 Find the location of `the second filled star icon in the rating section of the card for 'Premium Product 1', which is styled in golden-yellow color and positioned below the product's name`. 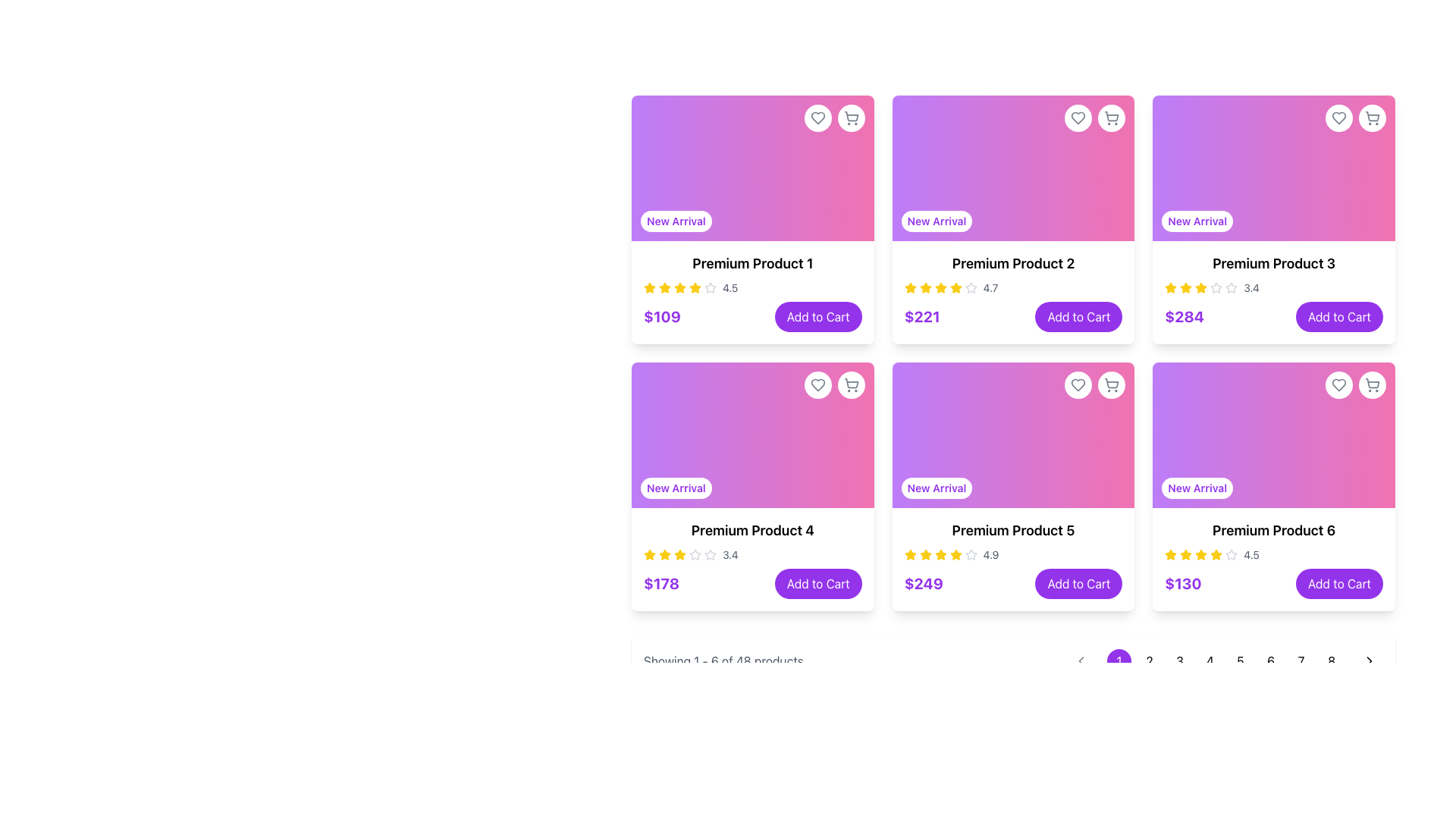

the second filled star icon in the rating section of the card for 'Premium Product 1', which is styled in golden-yellow color and positioned below the product's name is located at coordinates (679, 287).